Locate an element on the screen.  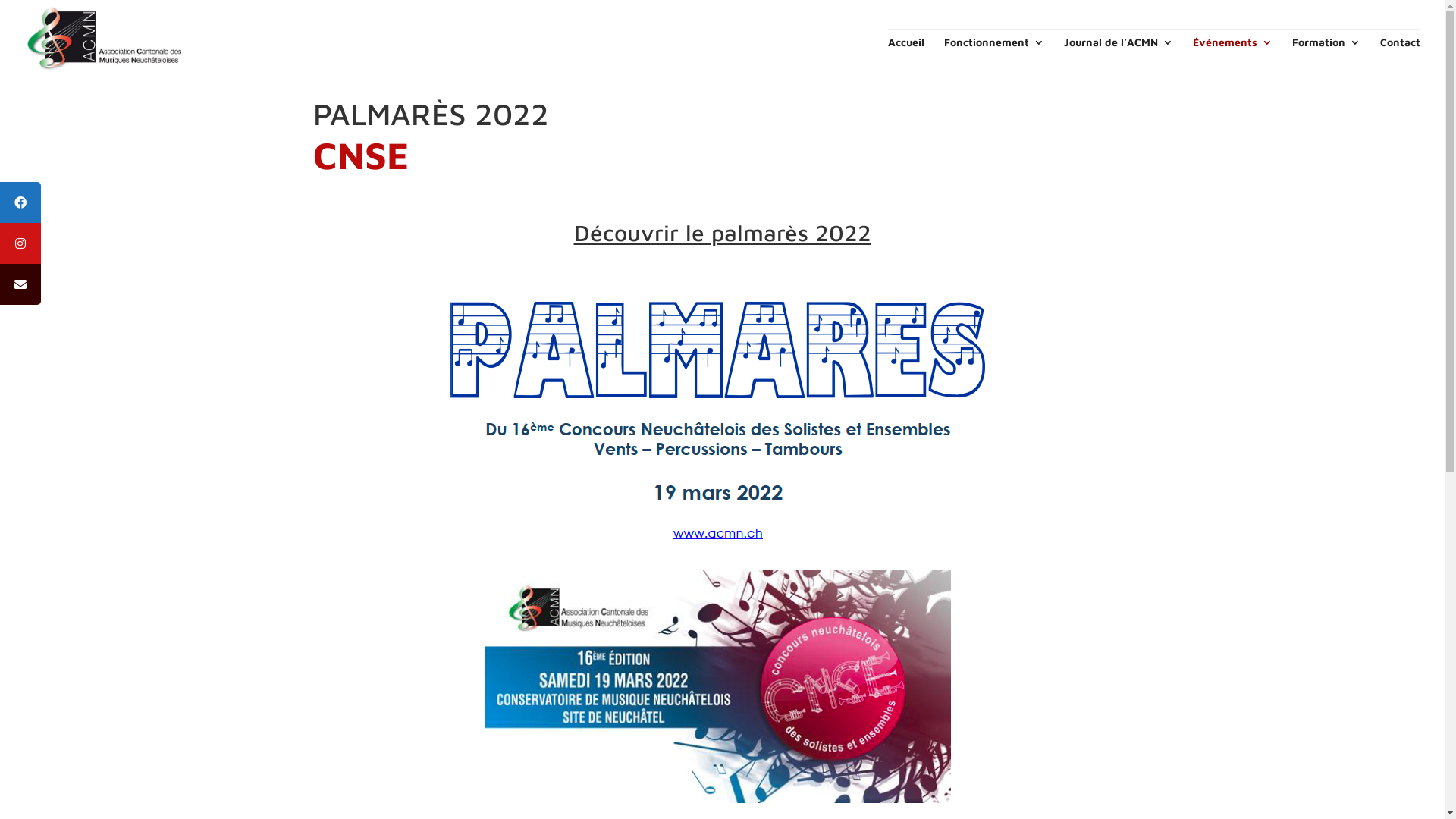
'Formation' is located at coordinates (1325, 55).